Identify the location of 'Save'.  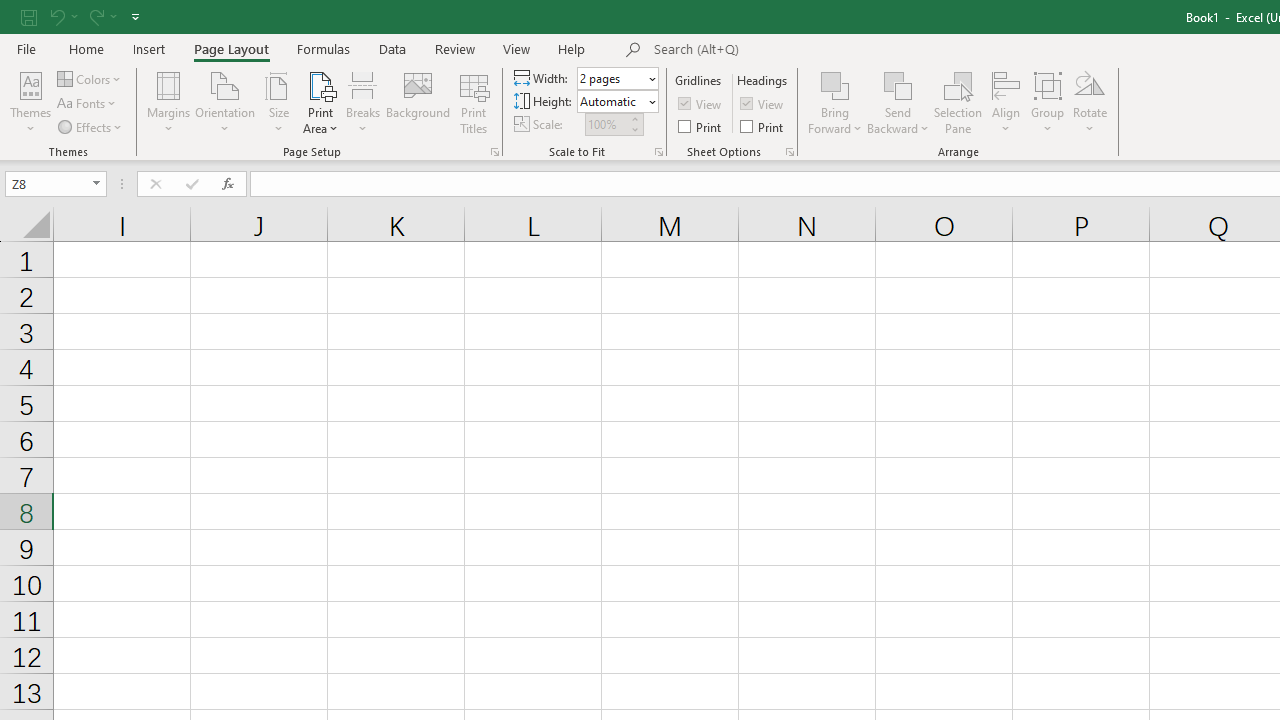
(29, 16).